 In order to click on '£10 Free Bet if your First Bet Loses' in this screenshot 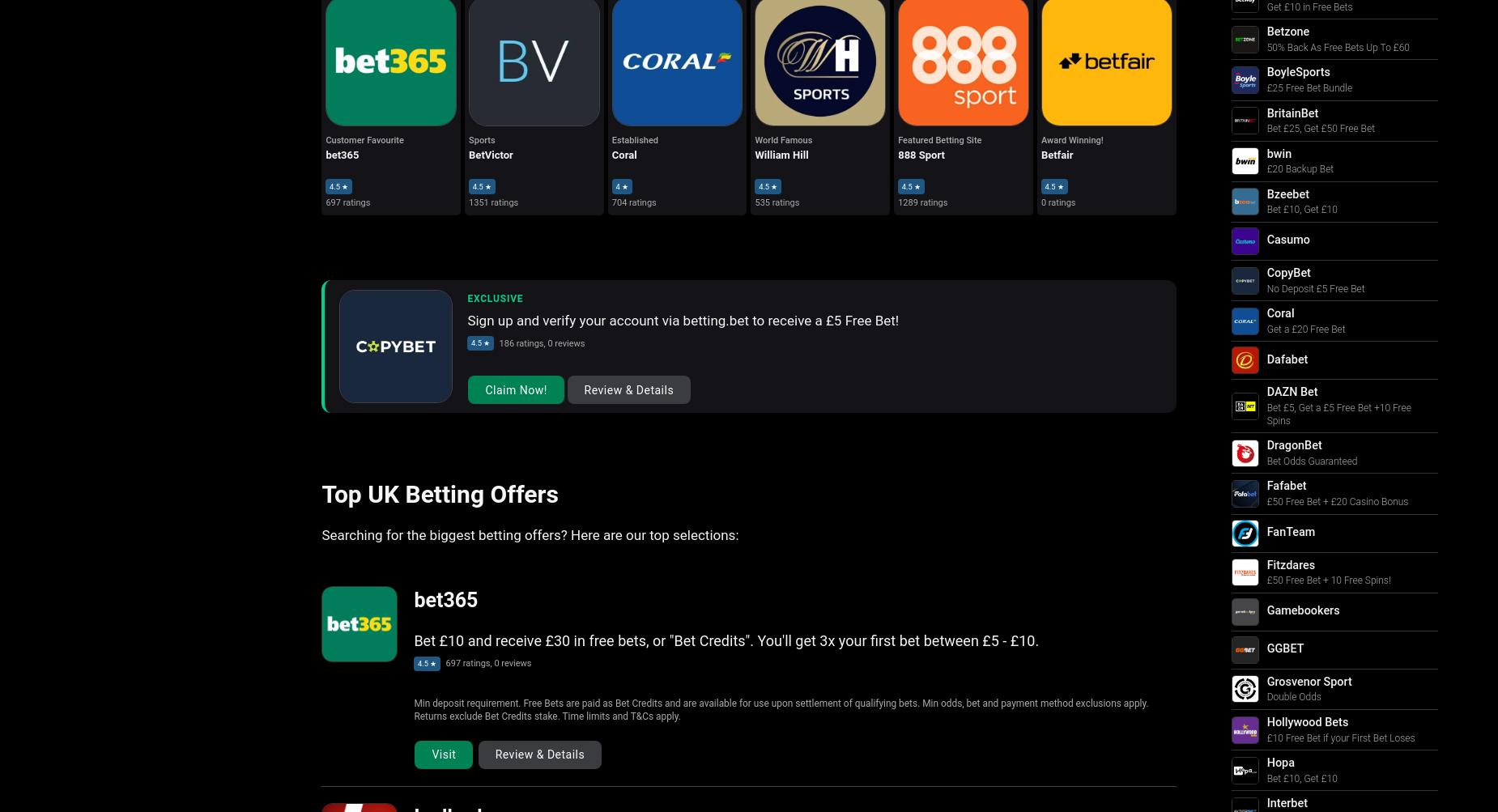, I will do `click(1266, 737)`.